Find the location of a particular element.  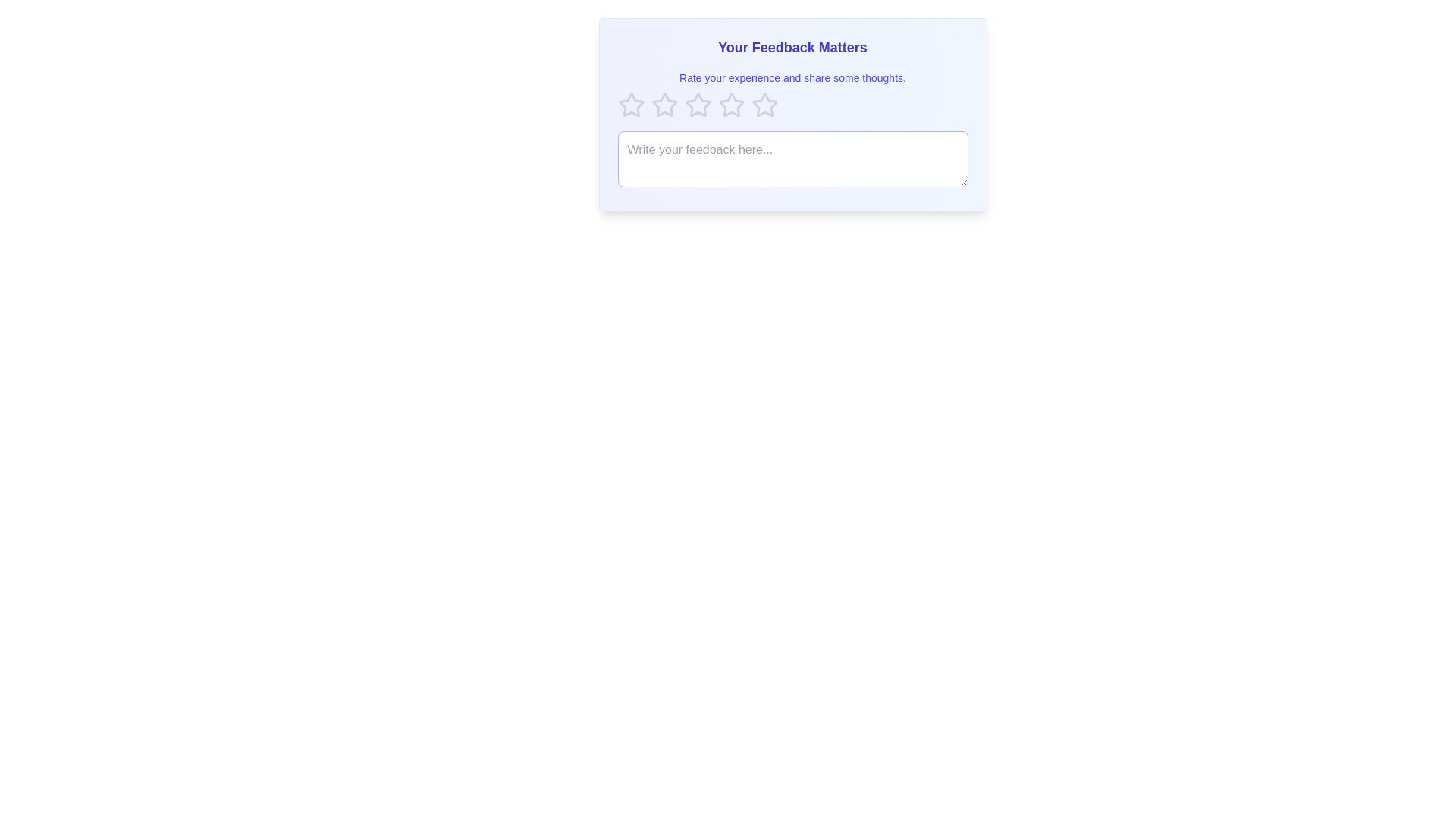

the star corresponding to the desired rating 5 is located at coordinates (764, 104).